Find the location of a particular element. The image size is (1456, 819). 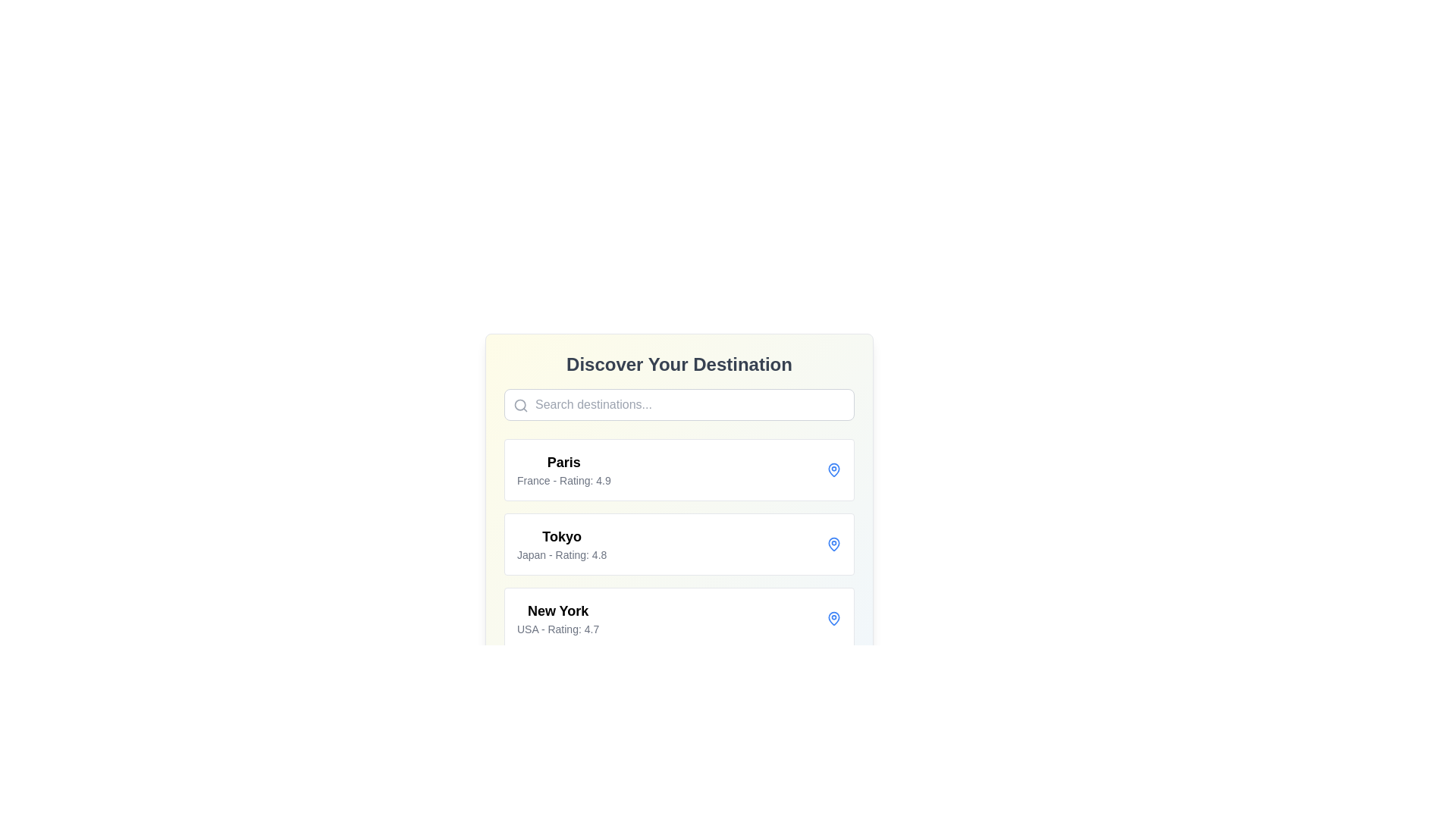

the magnifying glass icon located on the left side of the search bar, which is positioned below the 'Discover Your Destination' heading is located at coordinates (520, 405).